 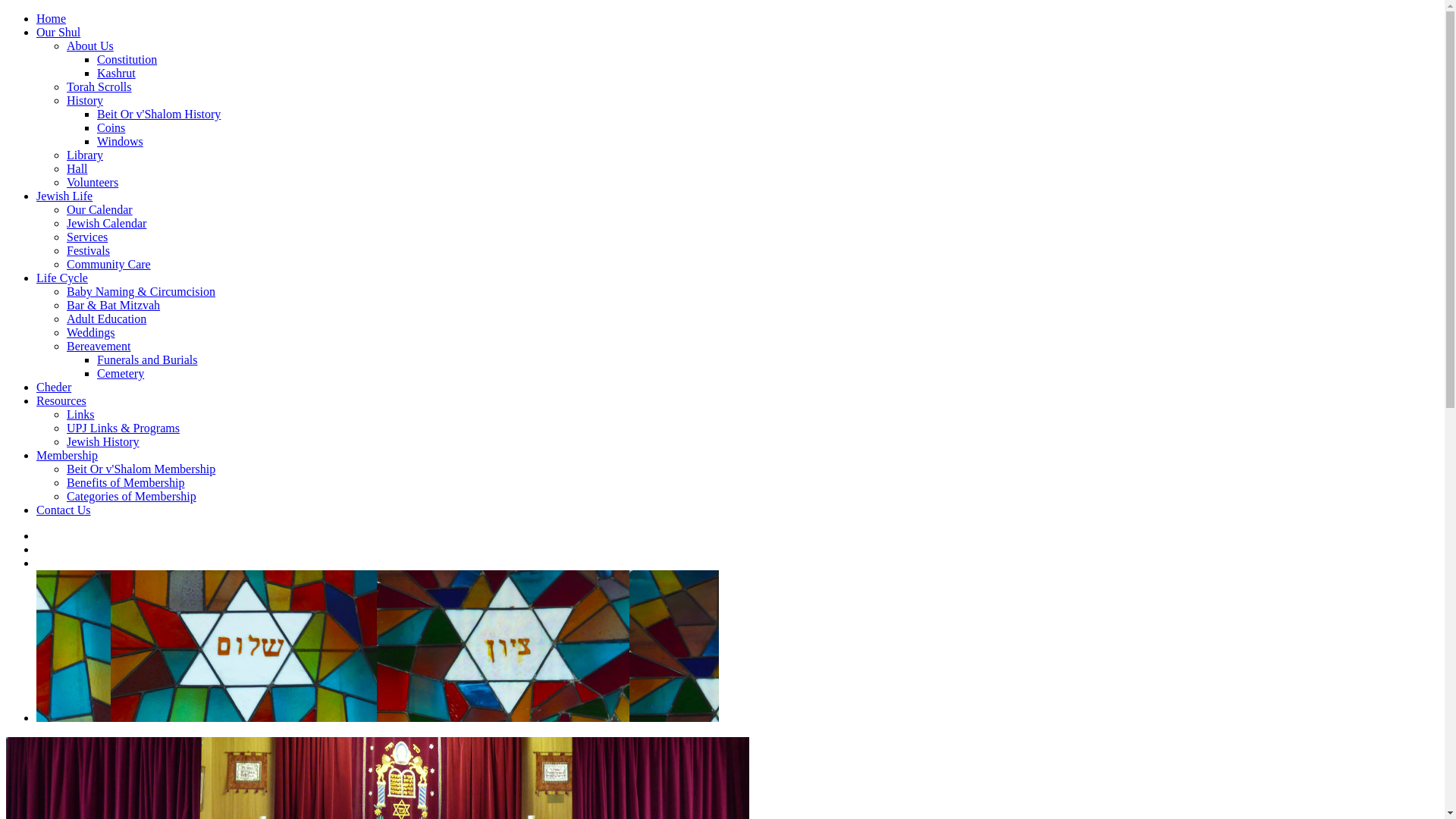 What do you see at coordinates (90, 331) in the screenshot?
I see `'Weddings'` at bounding box center [90, 331].